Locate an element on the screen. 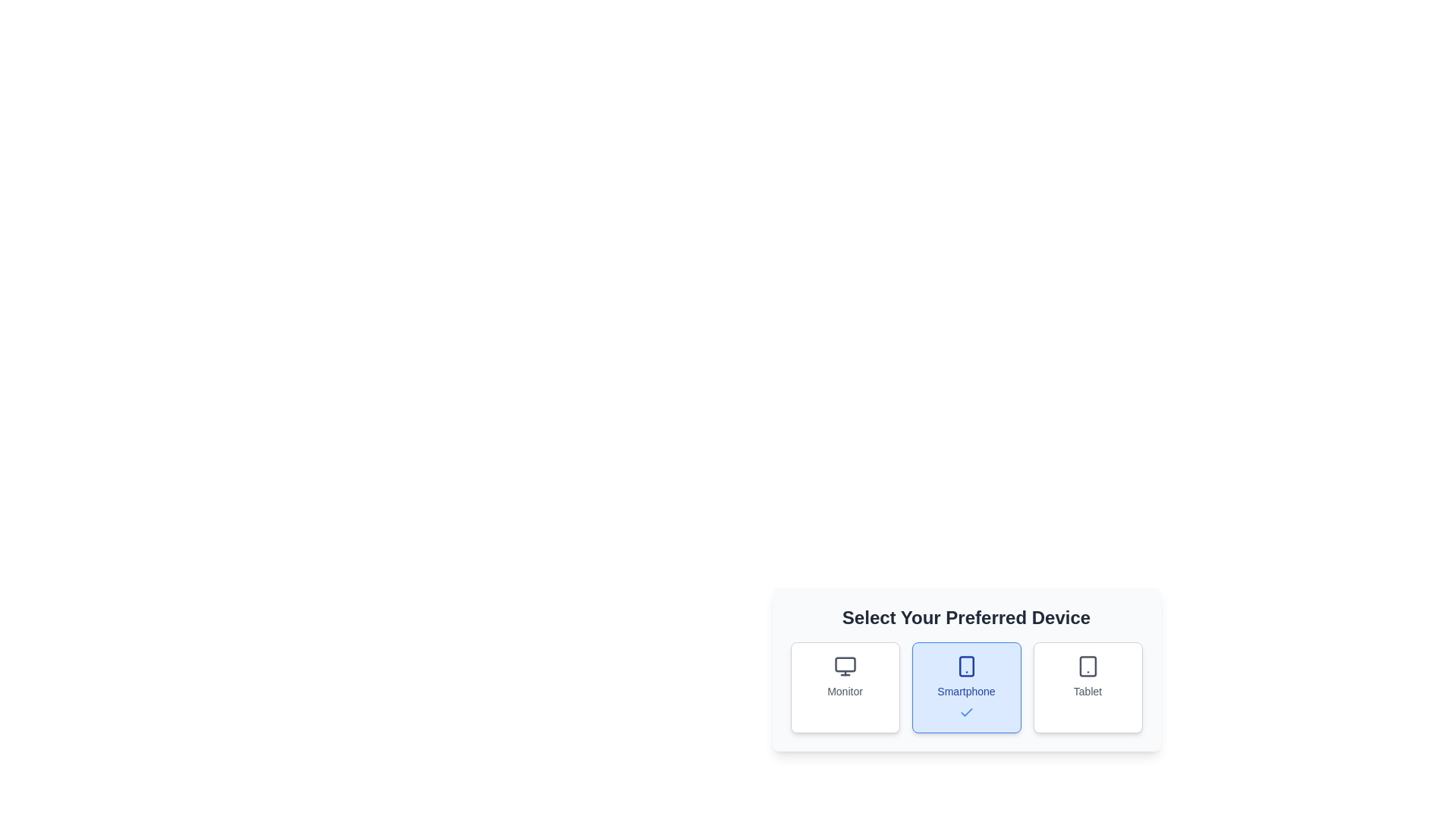 The width and height of the screenshot is (1456, 819). the tablet device icon located below the text 'Select Your Preferred Device', which is the third button in the row of icon buttons is located at coordinates (1087, 666).